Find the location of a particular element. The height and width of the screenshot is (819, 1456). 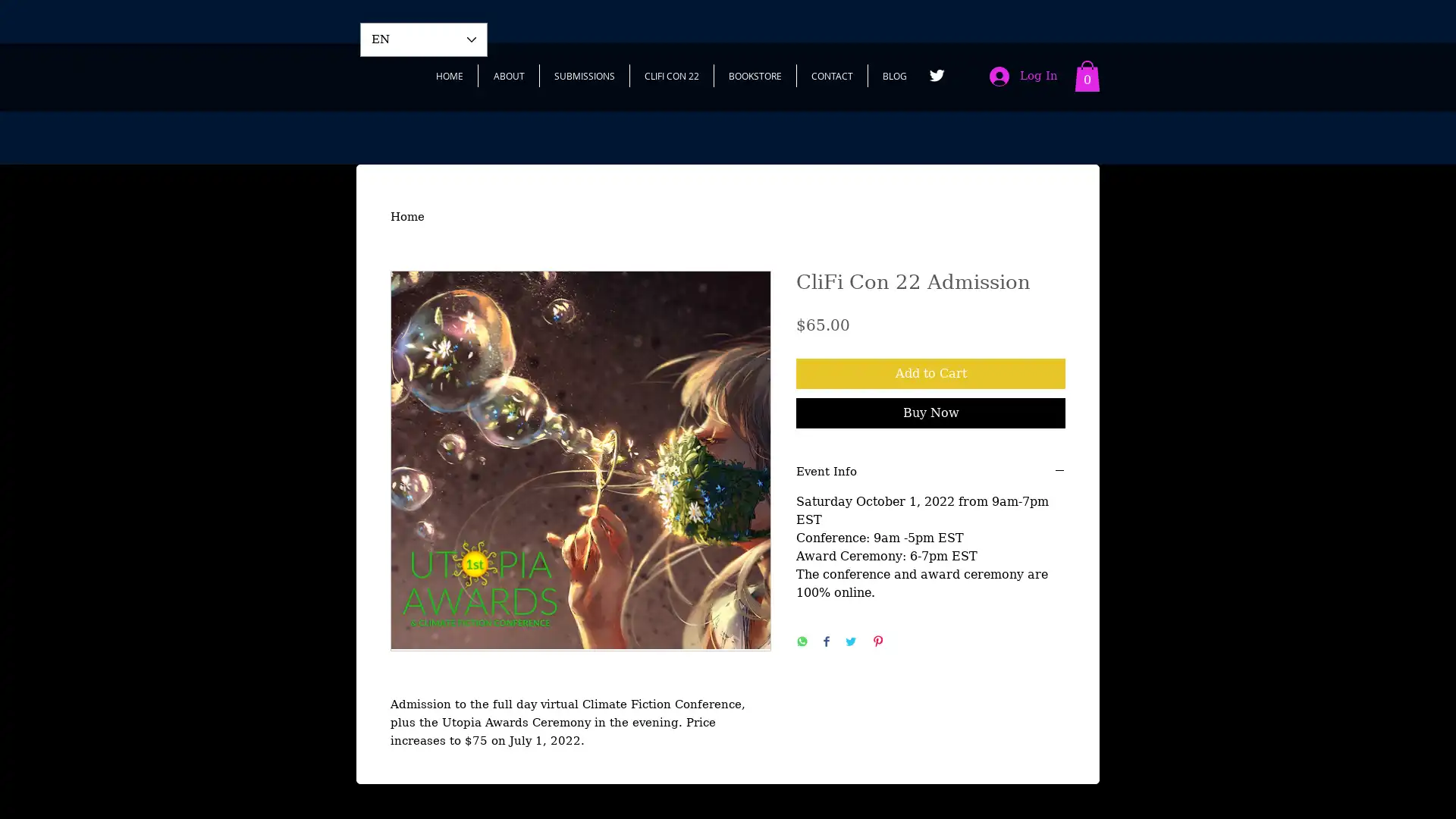

Share on WhatsApp is located at coordinates (801, 642).